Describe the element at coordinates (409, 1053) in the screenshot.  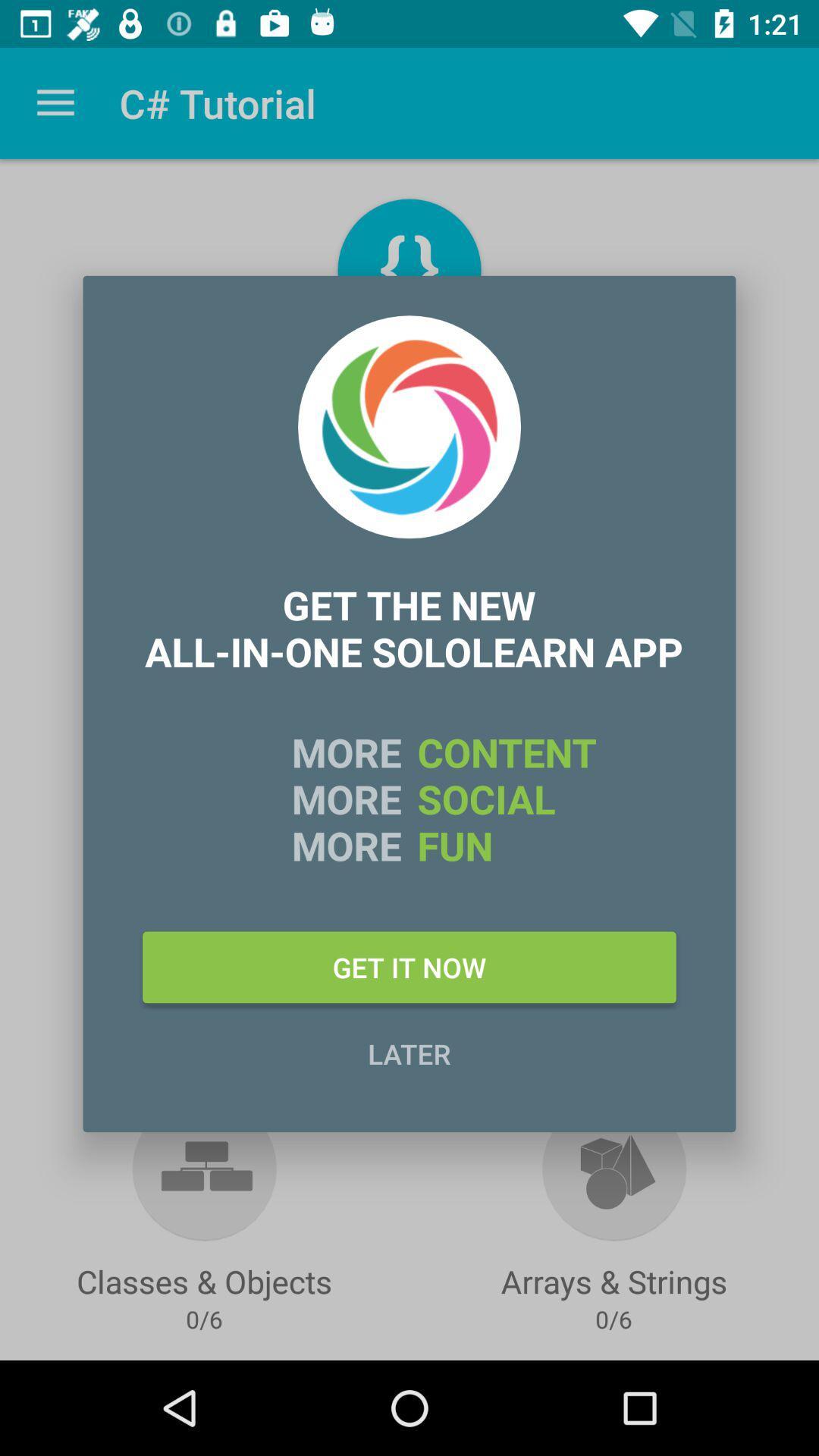
I see `the item below get it now item` at that location.